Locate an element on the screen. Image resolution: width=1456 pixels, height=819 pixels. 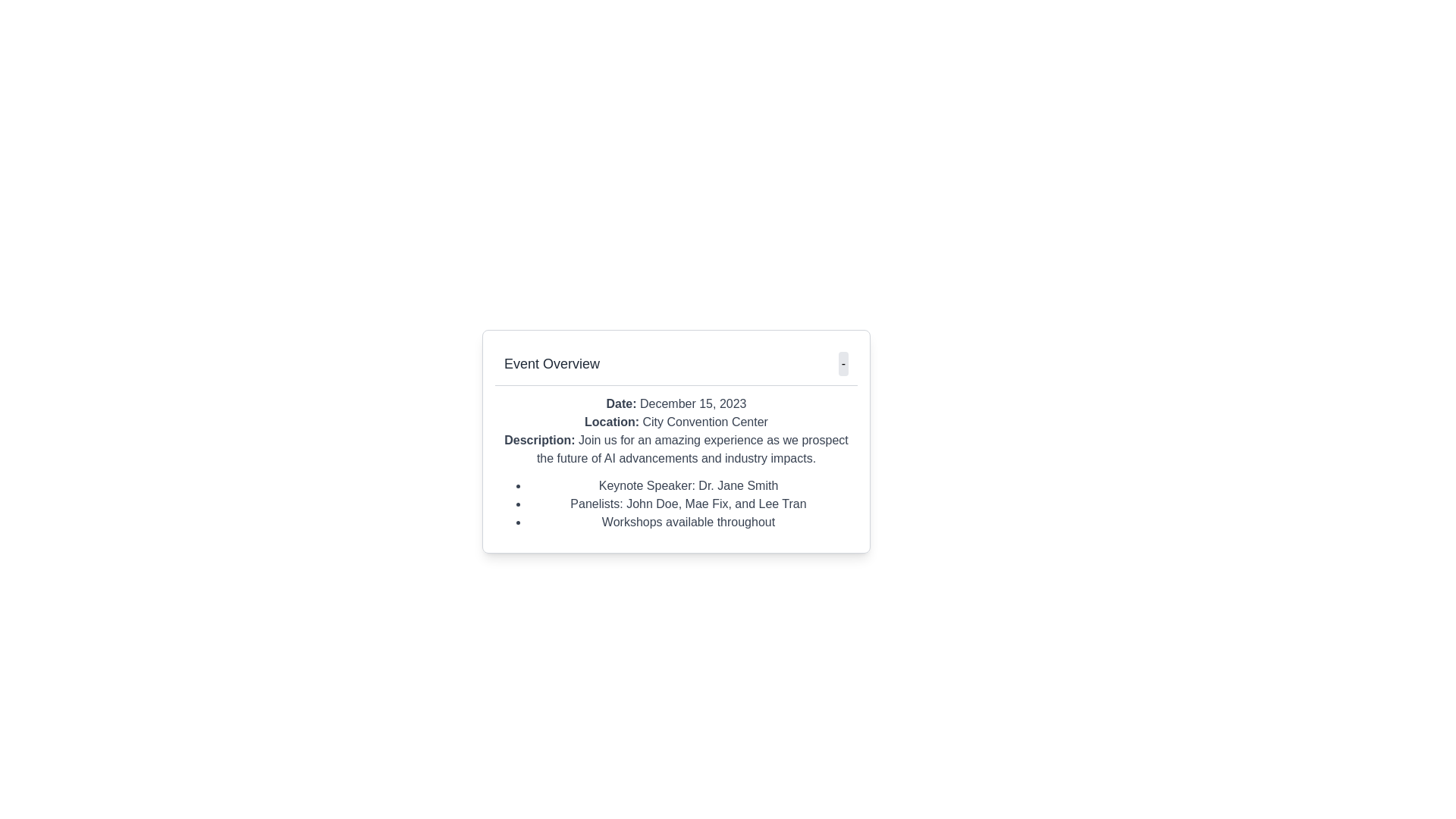
the Bulleted List in the 'Event Overview' section that provides detailed information about the keynote speaker, panelists, and available workshops is located at coordinates (676, 504).